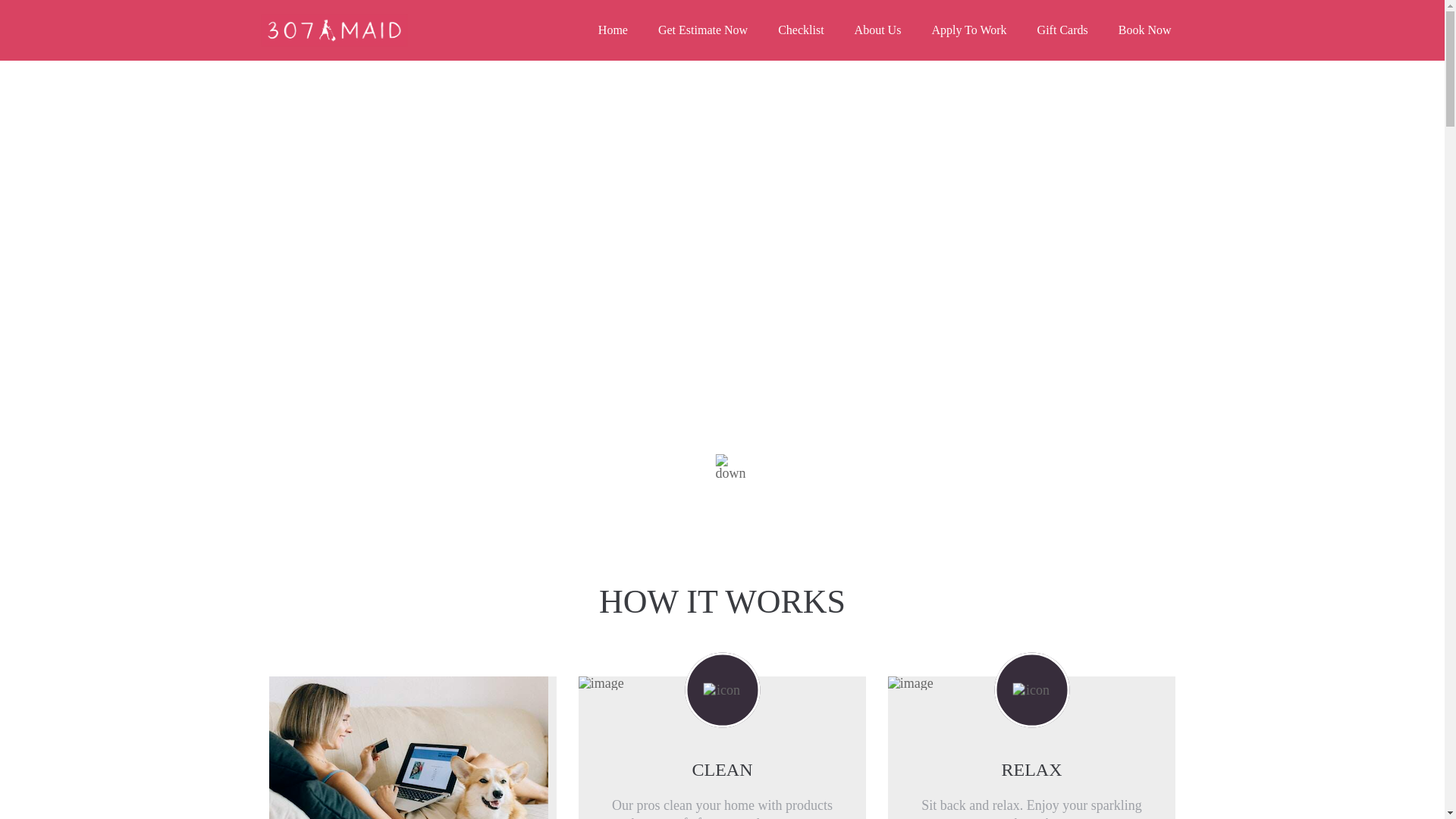 The height and width of the screenshot is (819, 1456). I want to click on 'Get Estimate Now', so click(701, 30).